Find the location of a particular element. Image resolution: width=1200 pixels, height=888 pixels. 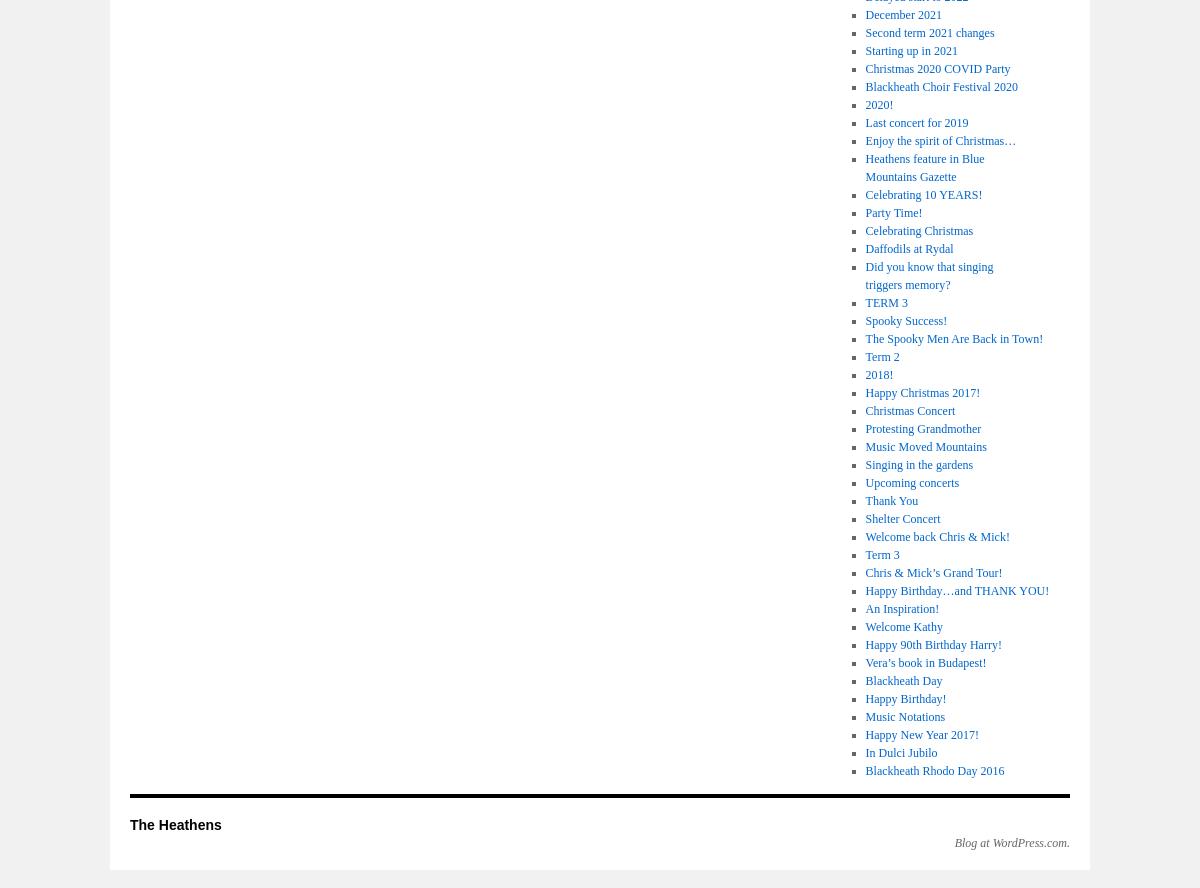

'An Inspiration!' is located at coordinates (902, 608).